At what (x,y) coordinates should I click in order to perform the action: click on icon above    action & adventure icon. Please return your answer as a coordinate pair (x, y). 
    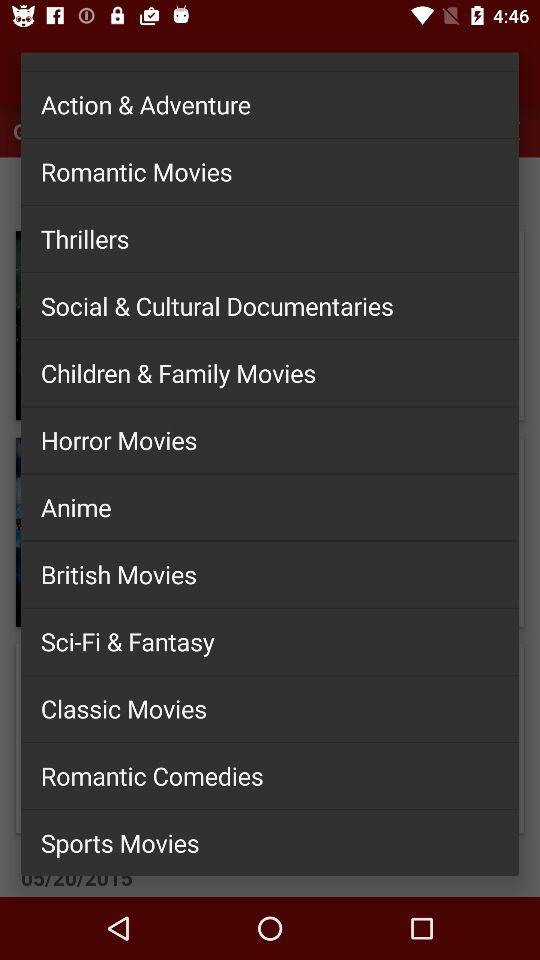
    Looking at the image, I should click on (270, 52).